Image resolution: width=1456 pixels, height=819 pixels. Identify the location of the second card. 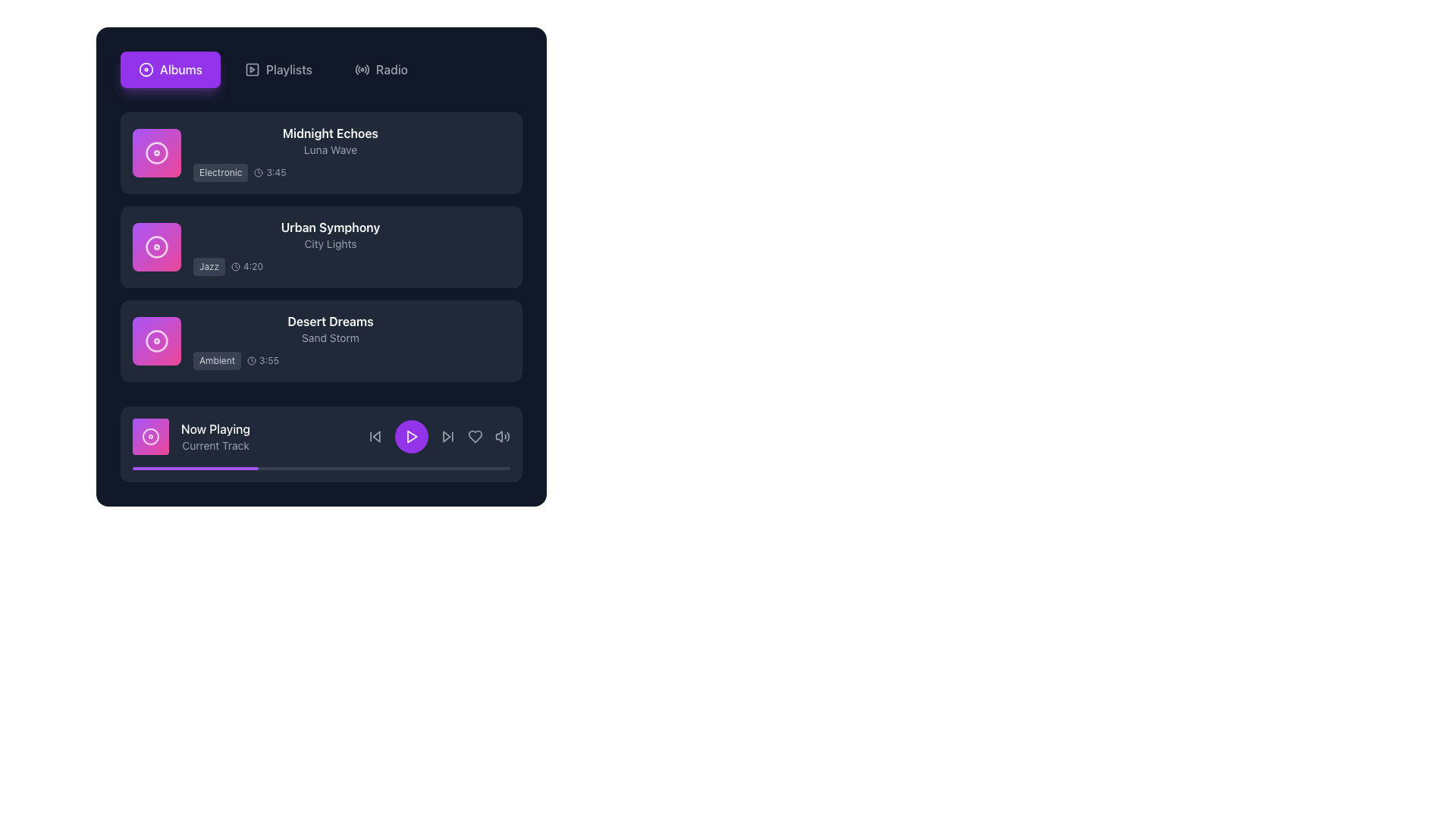
(320, 246).